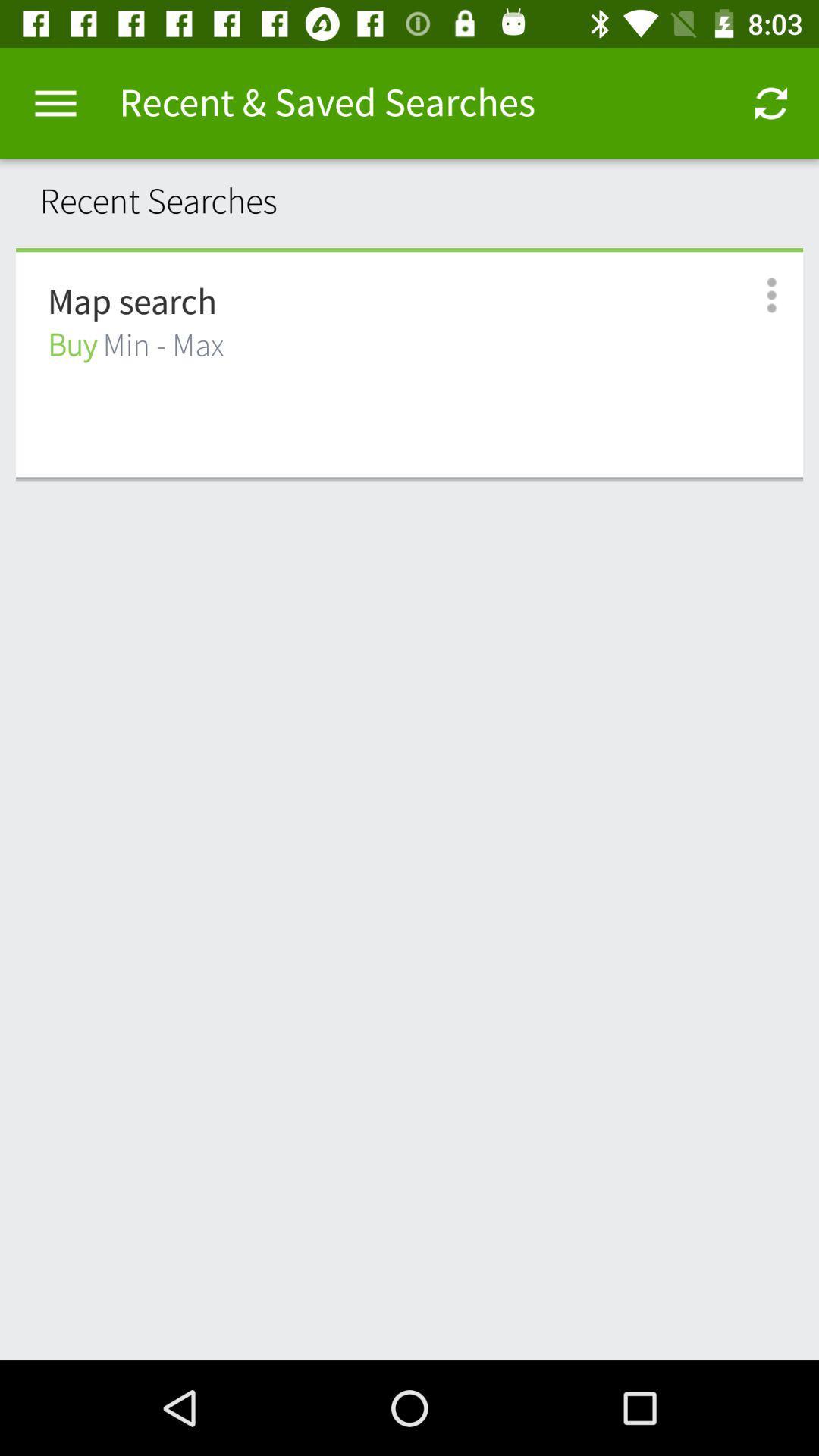  Describe the element at coordinates (755, 295) in the screenshot. I see `open more options` at that location.